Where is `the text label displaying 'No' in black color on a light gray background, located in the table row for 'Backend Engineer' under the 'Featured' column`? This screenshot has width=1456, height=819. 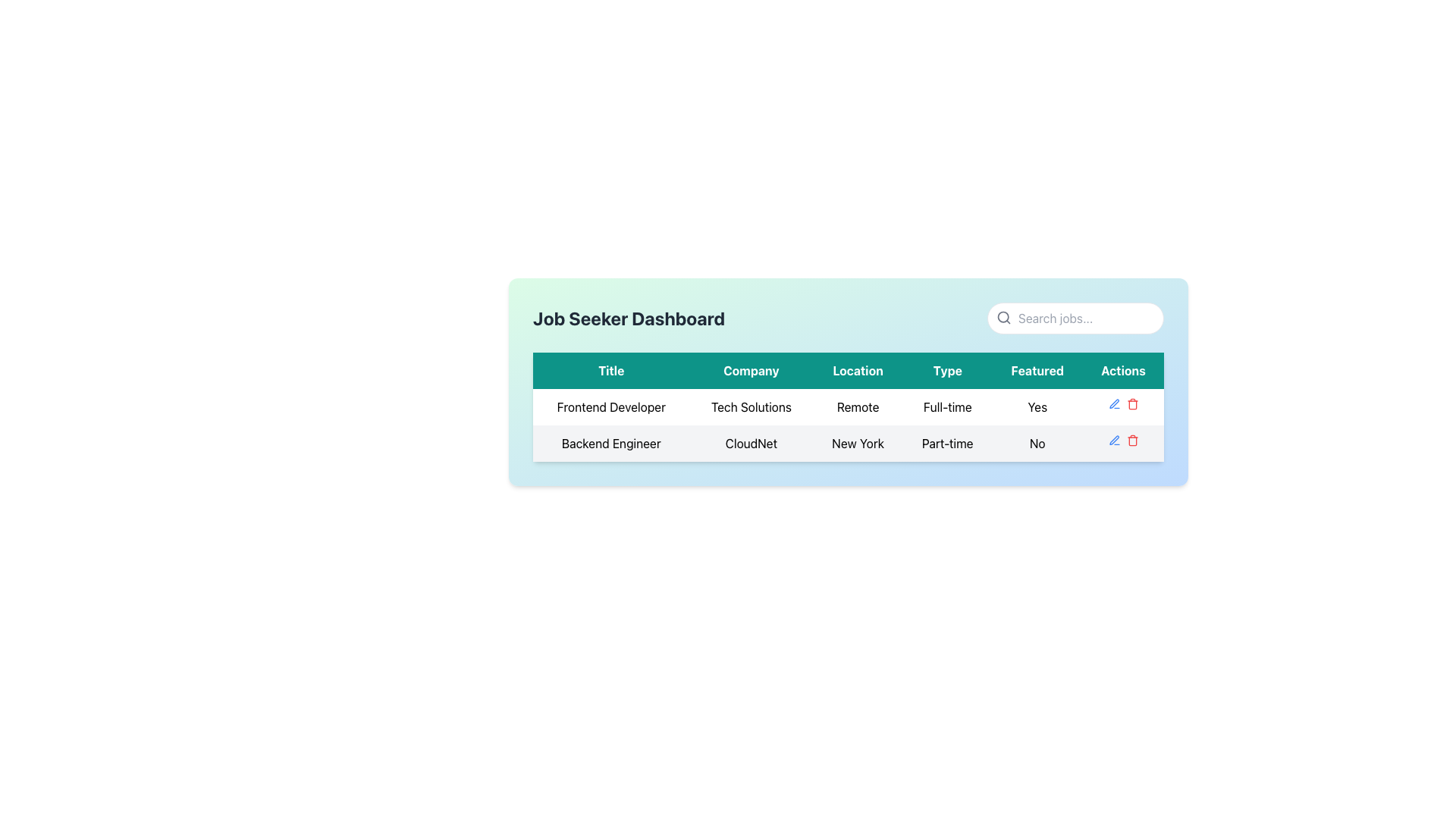
the text label displaying 'No' in black color on a light gray background, located in the table row for 'Backend Engineer' under the 'Featured' column is located at coordinates (1037, 444).